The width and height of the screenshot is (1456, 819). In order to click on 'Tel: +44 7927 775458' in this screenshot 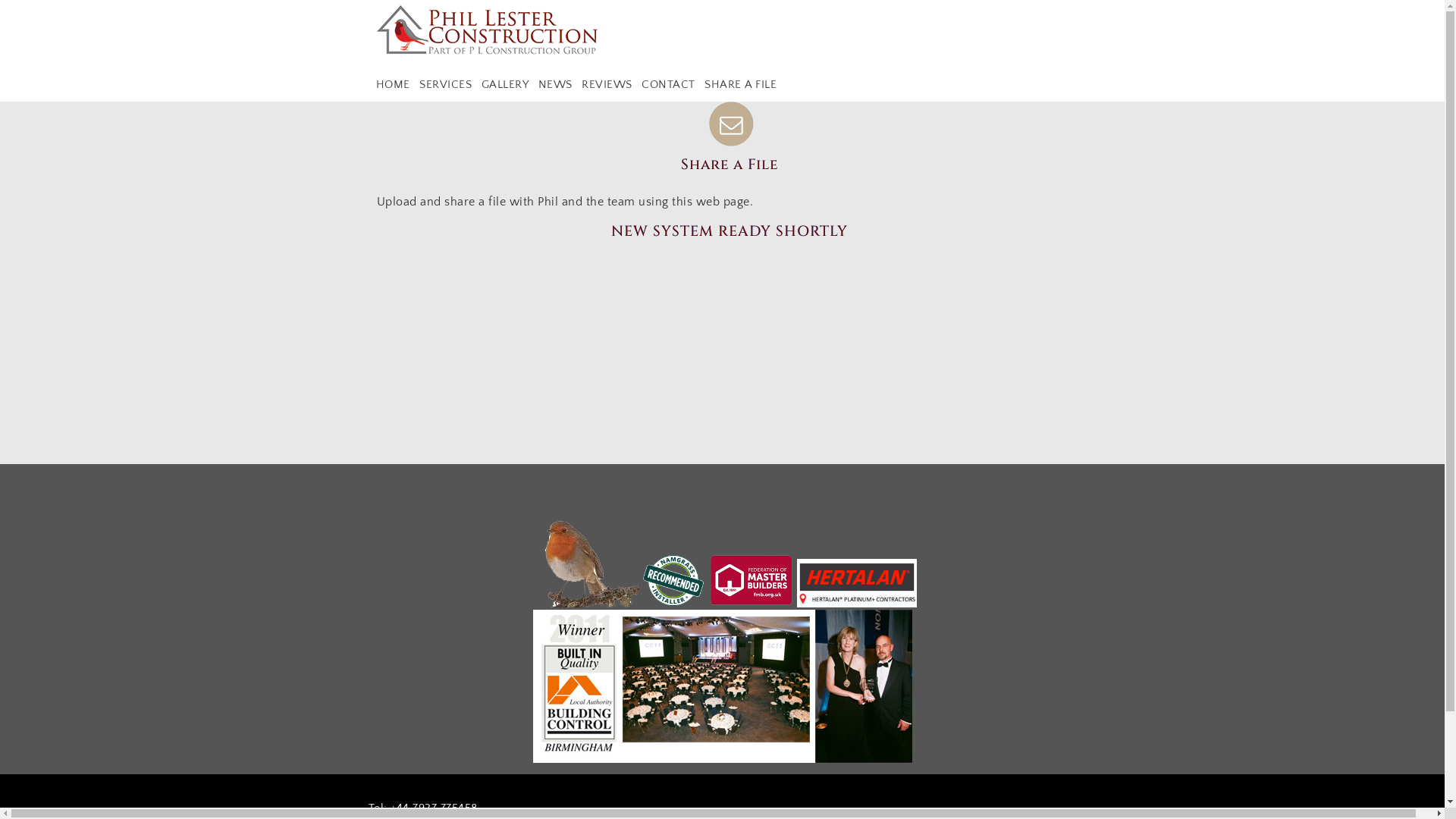, I will do `click(422, 807)`.